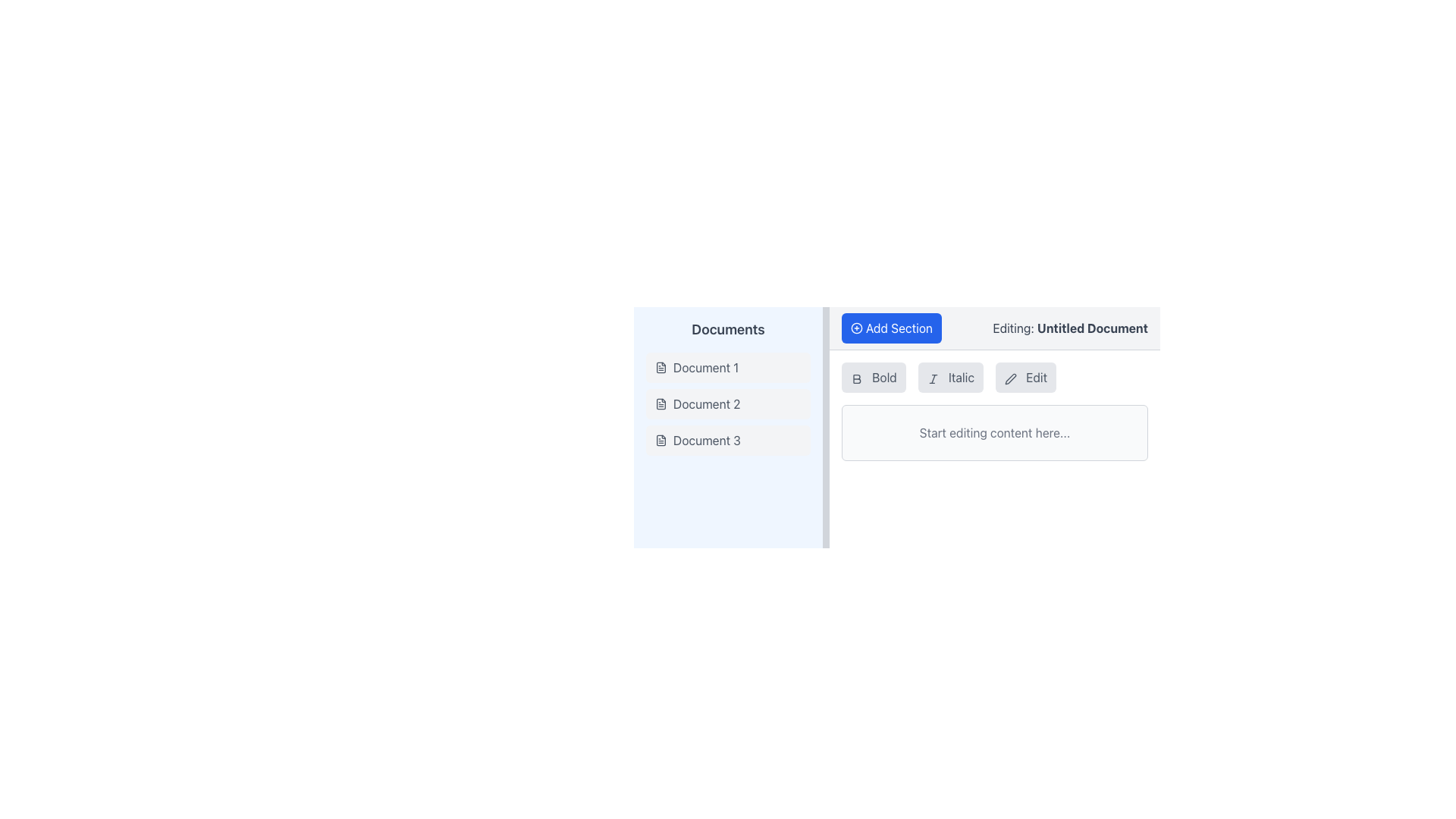 The image size is (1456, 819). What do you see at coordinates (705, 368) in the screenshot?
I see `the text label representing the title of a document in the list under 'Documents'` at bounding box center [705, 368].